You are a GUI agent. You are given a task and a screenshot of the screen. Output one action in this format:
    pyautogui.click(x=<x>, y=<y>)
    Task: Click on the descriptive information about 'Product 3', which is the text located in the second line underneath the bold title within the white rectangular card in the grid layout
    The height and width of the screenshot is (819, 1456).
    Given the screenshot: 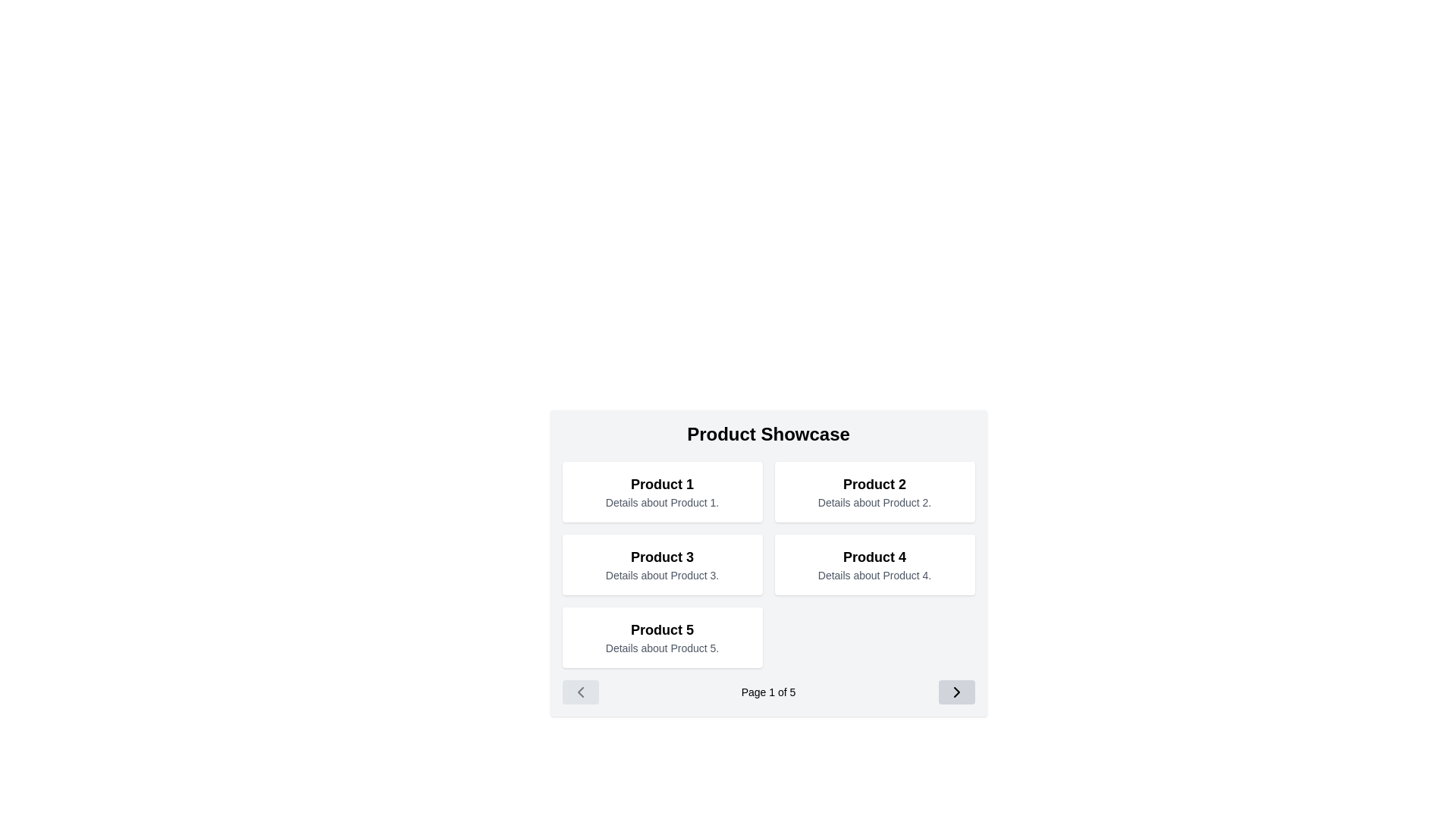 What is the action you would take?
    pyautogui.click(x=662, y=576)
    